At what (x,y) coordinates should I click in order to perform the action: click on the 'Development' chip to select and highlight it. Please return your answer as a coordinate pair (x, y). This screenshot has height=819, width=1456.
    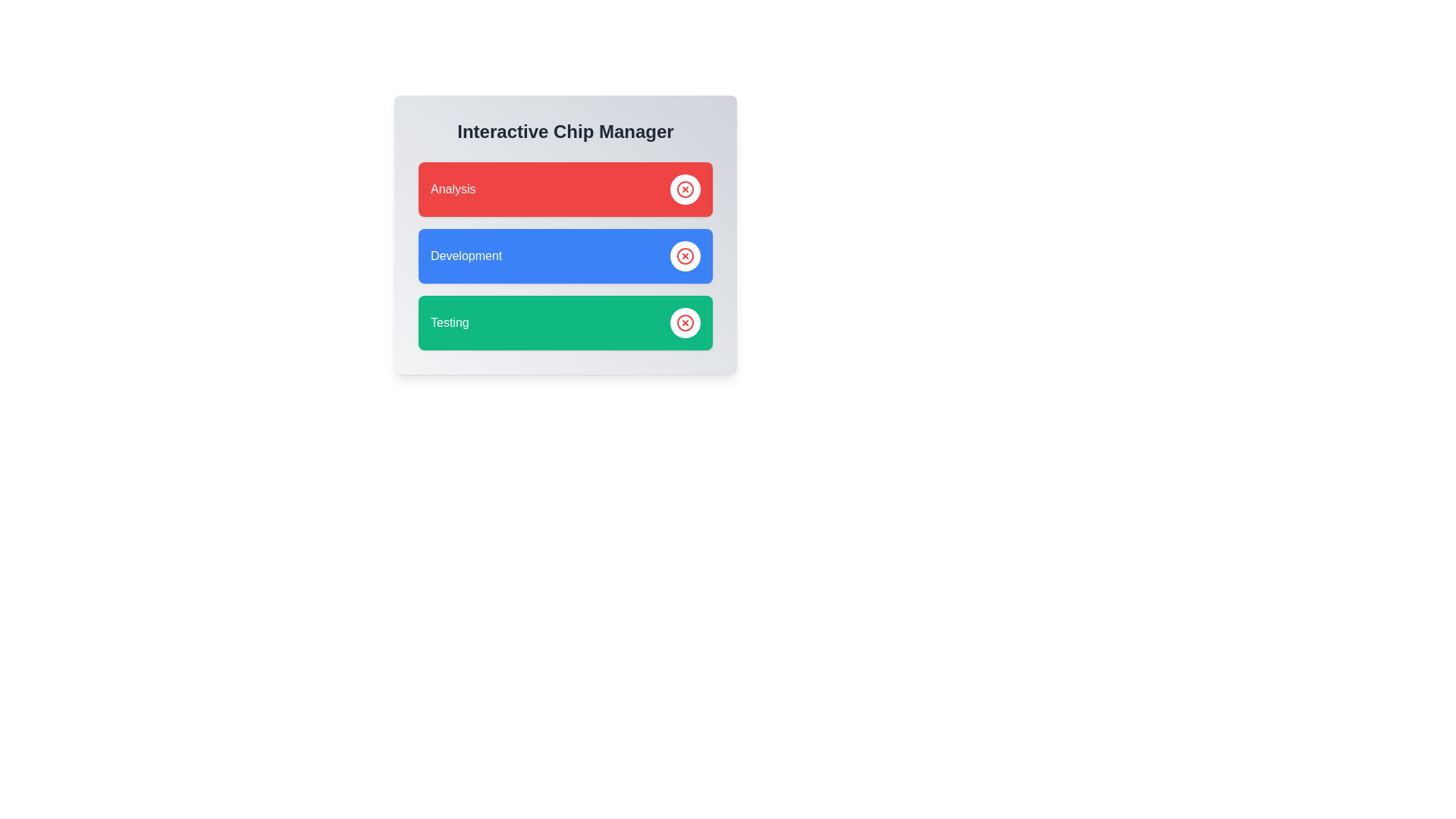
    Looking at the image, I should click on (564, 256).